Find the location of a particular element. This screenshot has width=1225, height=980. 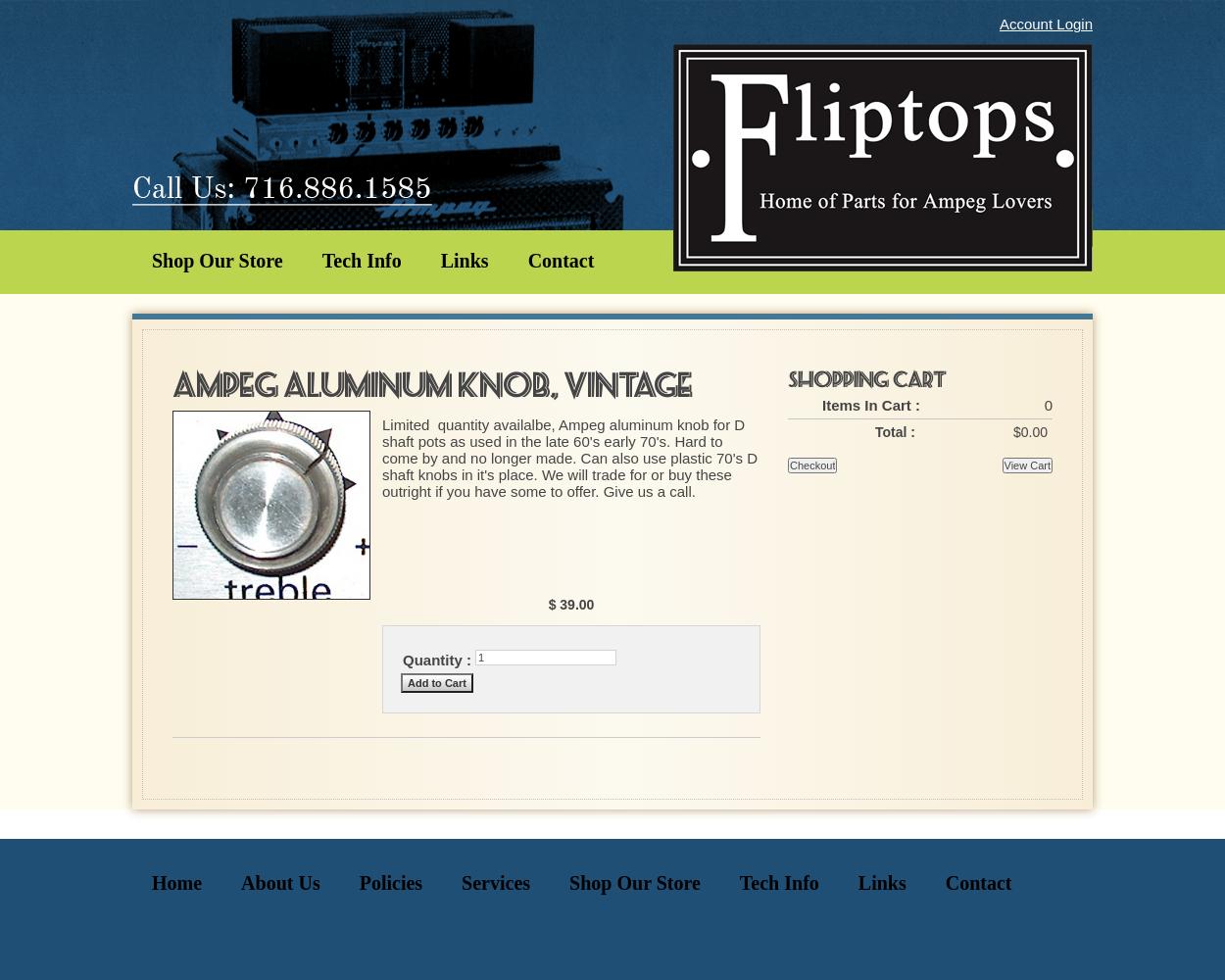

'Items In Cart :' is located at coordinates (870, 405).